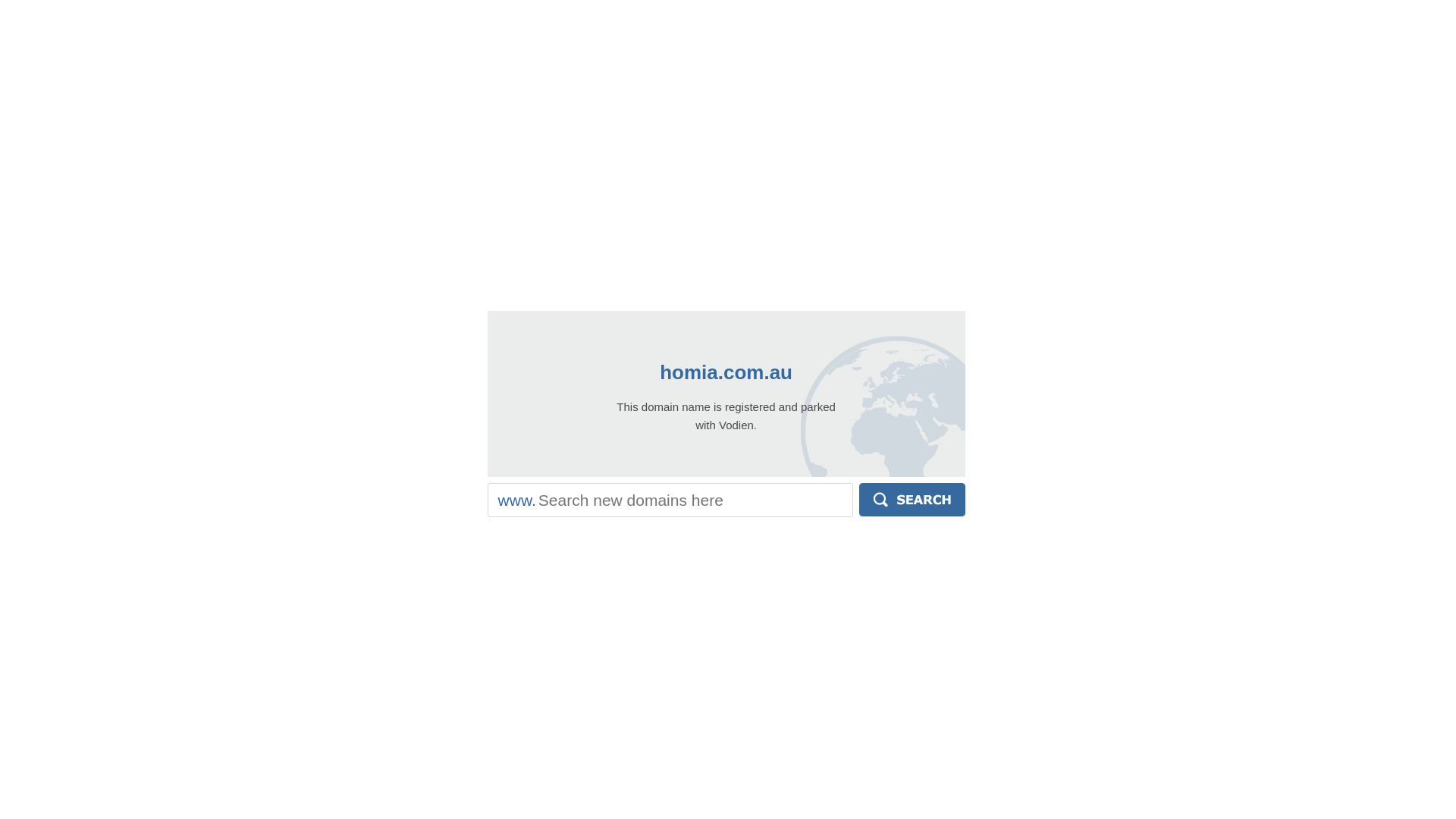  Describe the element at coordinates (912, 500) in the screenshot. I see `'Search'` at that location.